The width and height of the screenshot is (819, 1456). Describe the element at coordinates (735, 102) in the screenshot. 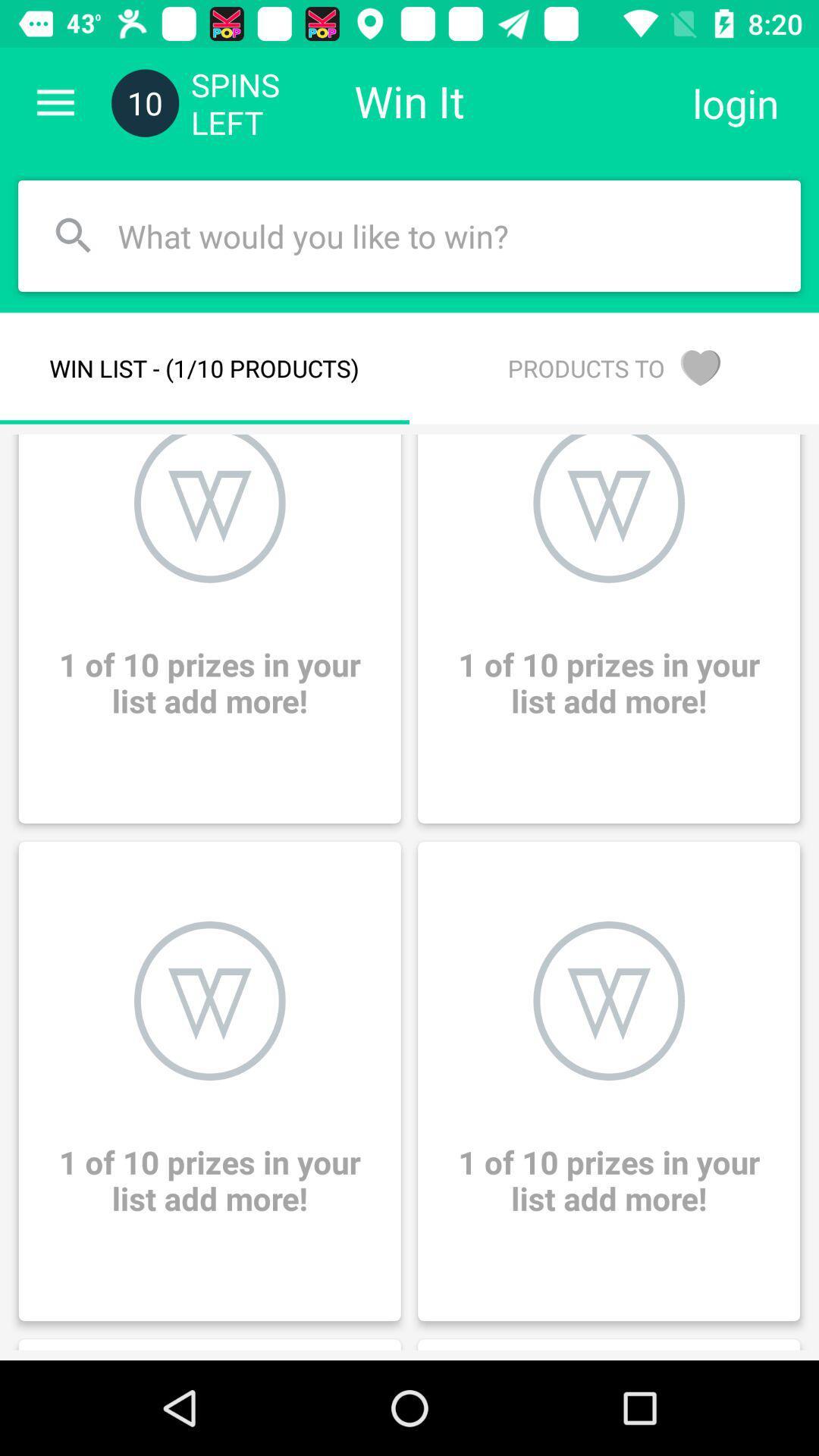

I see `the login icon` at that location.